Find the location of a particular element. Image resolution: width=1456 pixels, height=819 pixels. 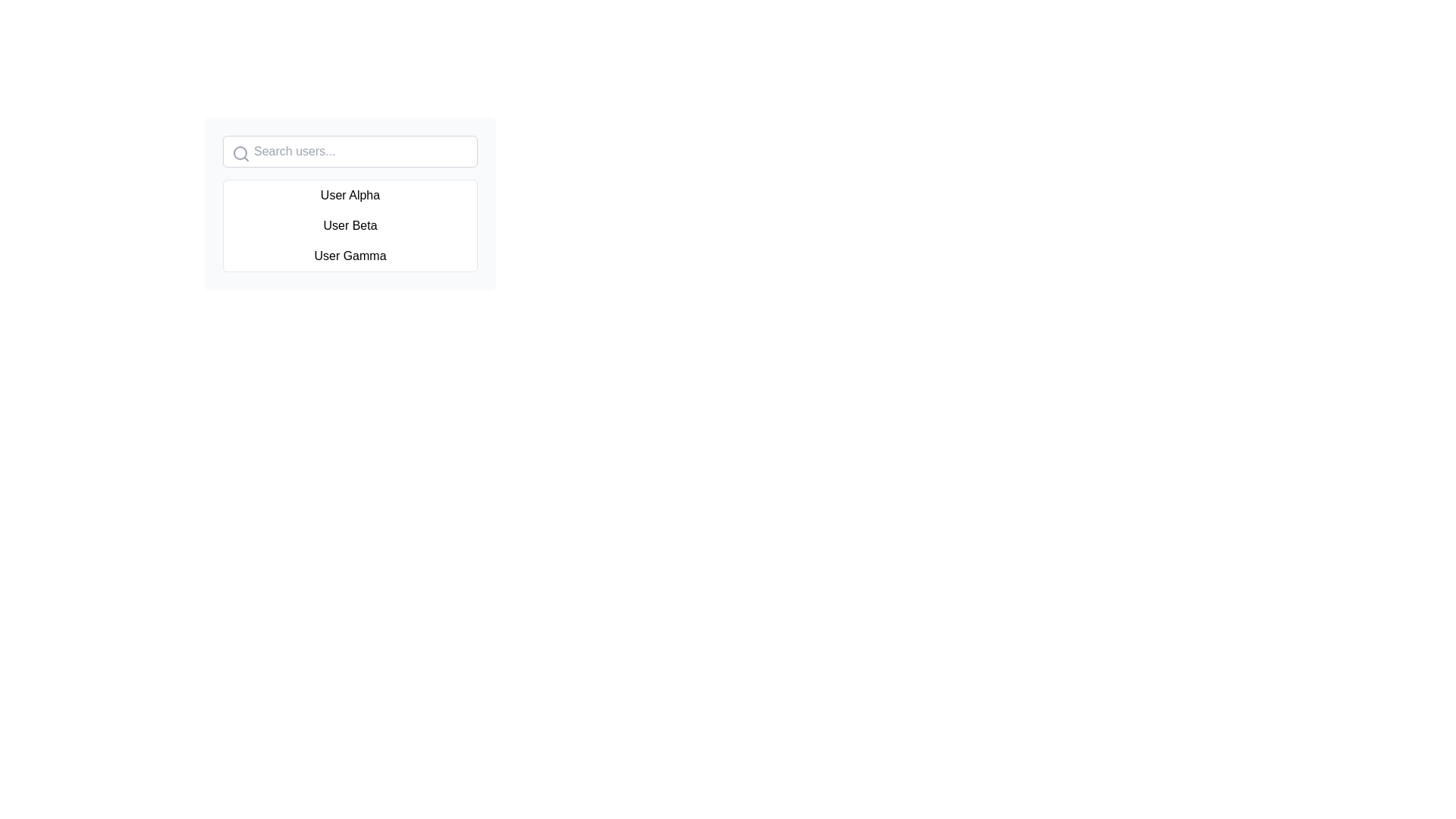

the input box used for filtering or searching users to focus it is located at coordinates (349, 152).